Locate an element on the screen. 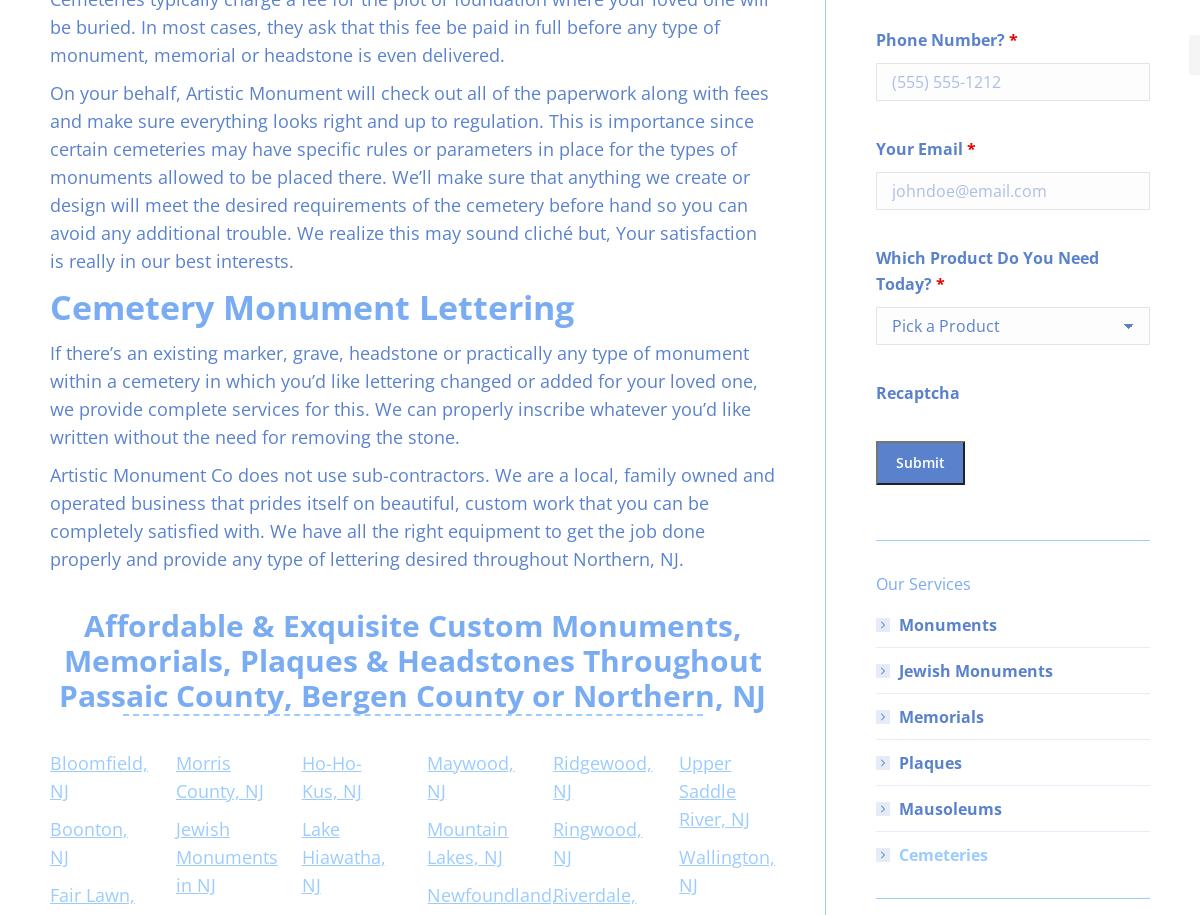 The image size is (1200, 915). 'Cemetery Monument Lettering' is located at coordinates (312, 306).